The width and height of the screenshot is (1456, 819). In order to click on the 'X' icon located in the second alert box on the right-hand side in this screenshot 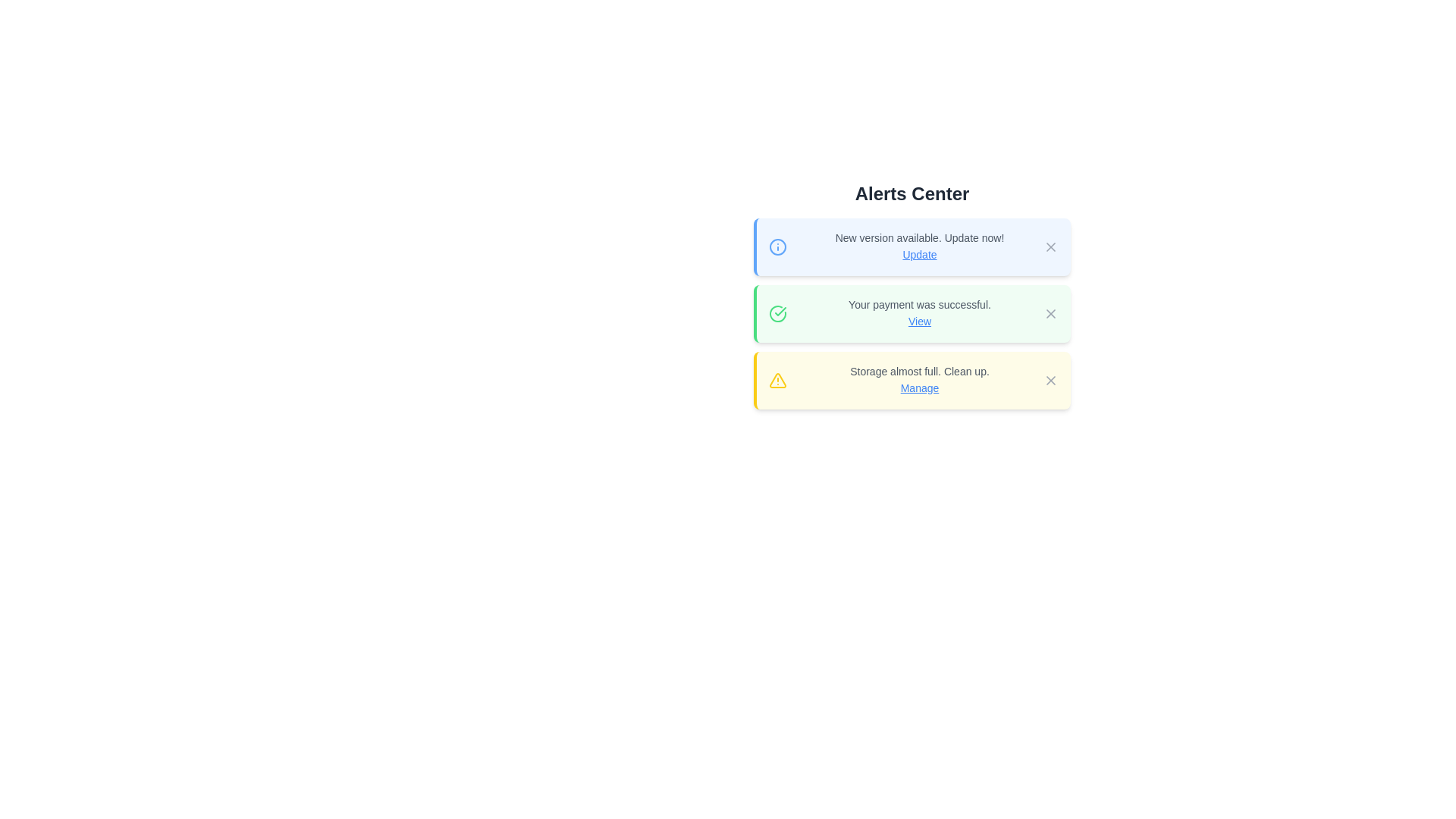, I will do `click(1050, 312)`.